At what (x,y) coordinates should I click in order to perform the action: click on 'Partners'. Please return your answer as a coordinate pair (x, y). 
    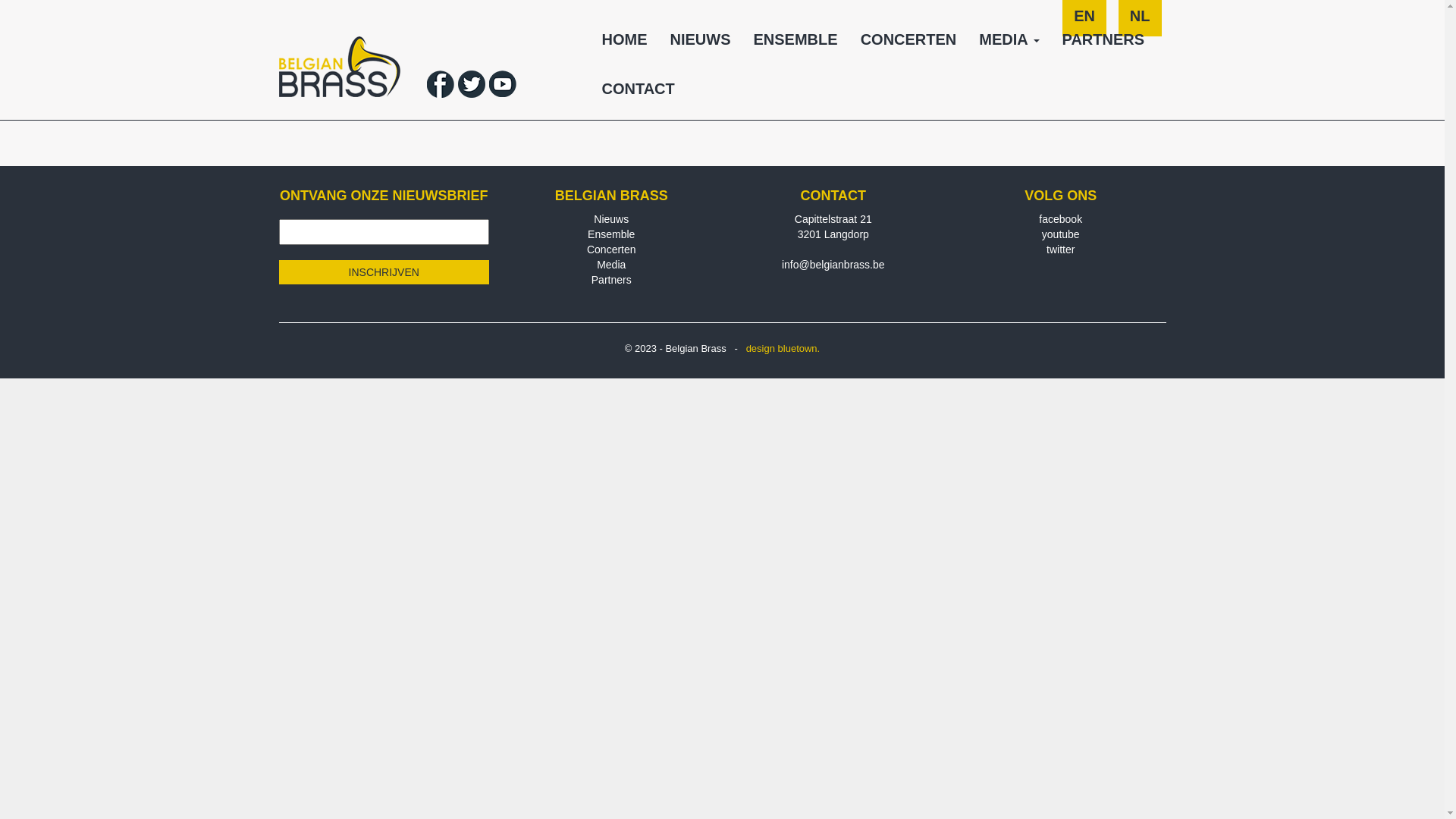
    Looking at the image, I should click on (611, 280).